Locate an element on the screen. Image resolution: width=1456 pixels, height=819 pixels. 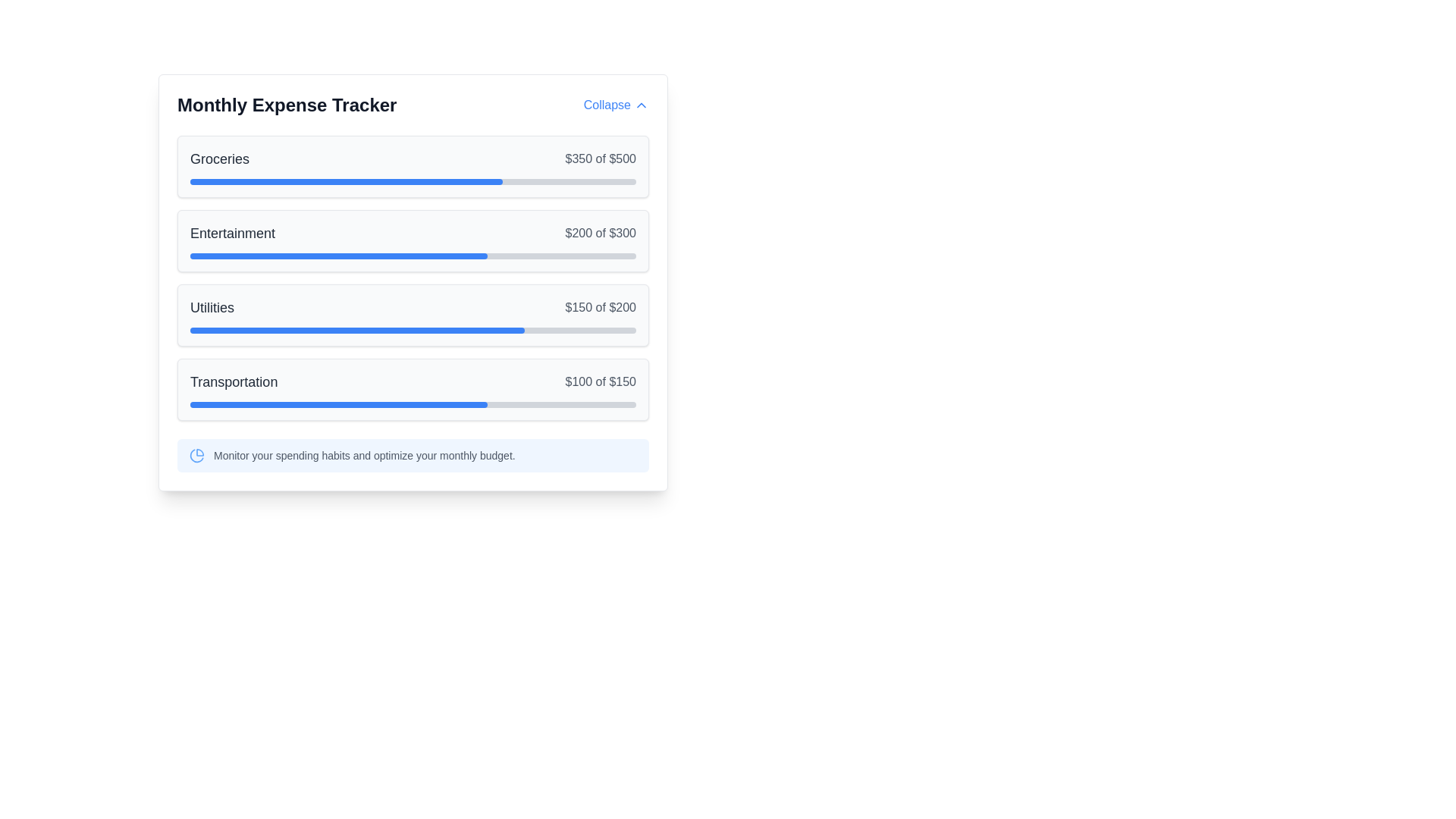
the first horizontal progress bar in the 'Groceries' section, which has a gray background and a blue portion indicating approximately 70% progress is located at coordinates (413, 180).